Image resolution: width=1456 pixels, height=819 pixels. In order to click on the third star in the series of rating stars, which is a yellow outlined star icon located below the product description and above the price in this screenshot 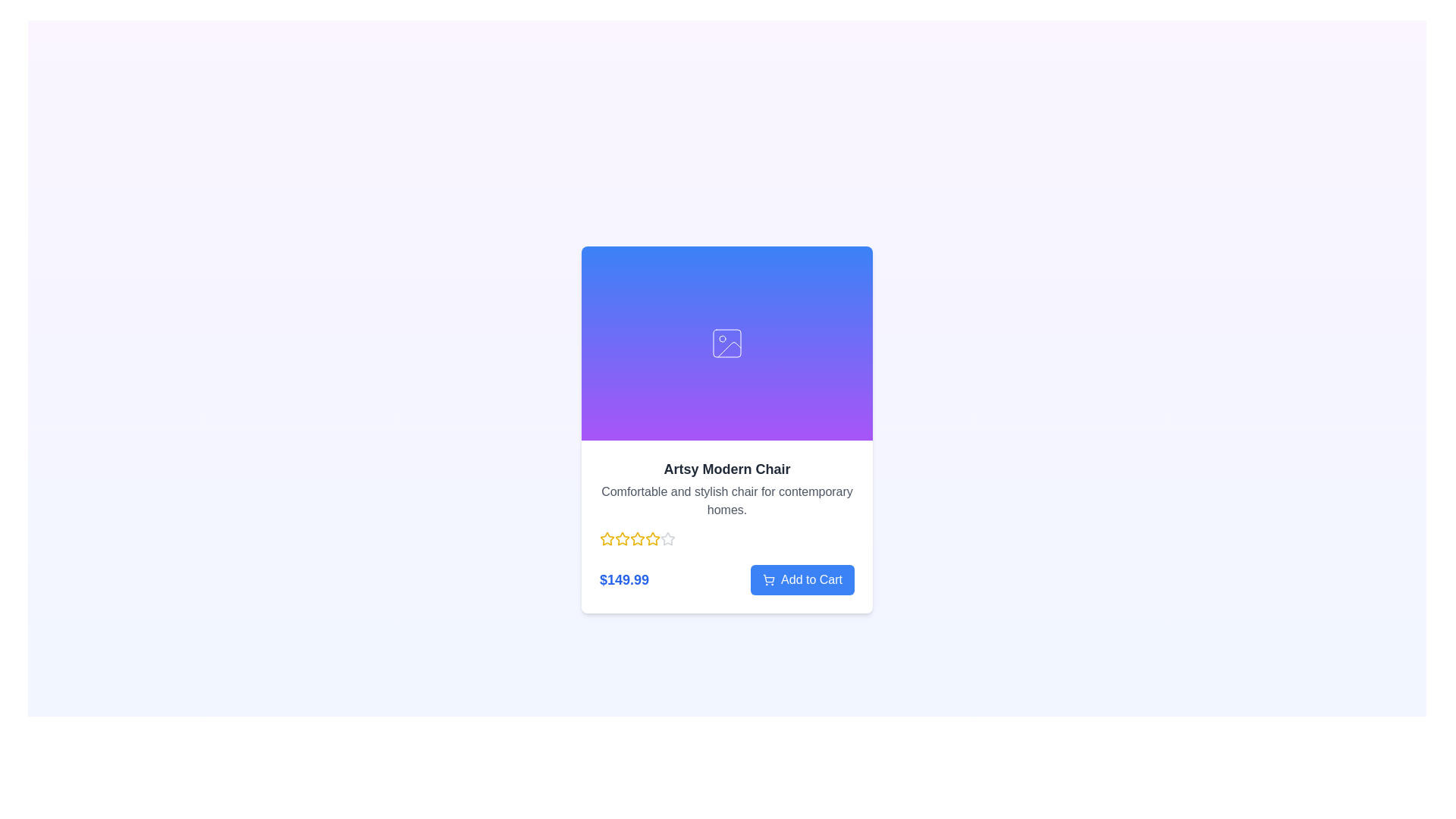, I will do `click(652, 538)`.